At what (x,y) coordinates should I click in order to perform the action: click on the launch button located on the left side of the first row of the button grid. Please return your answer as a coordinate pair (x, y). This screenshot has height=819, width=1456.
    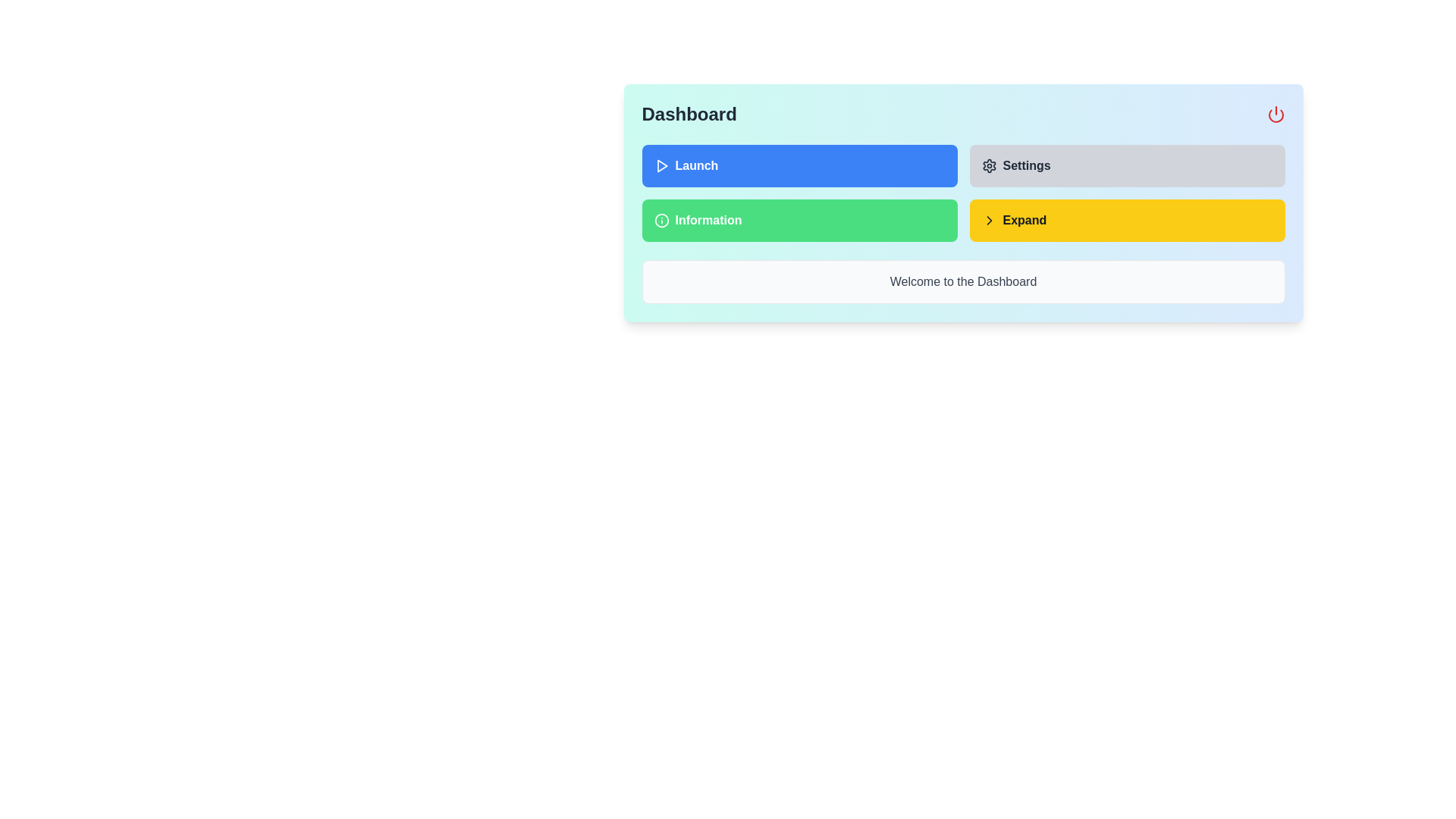
    Looking at the image, I should click on (799, 166).